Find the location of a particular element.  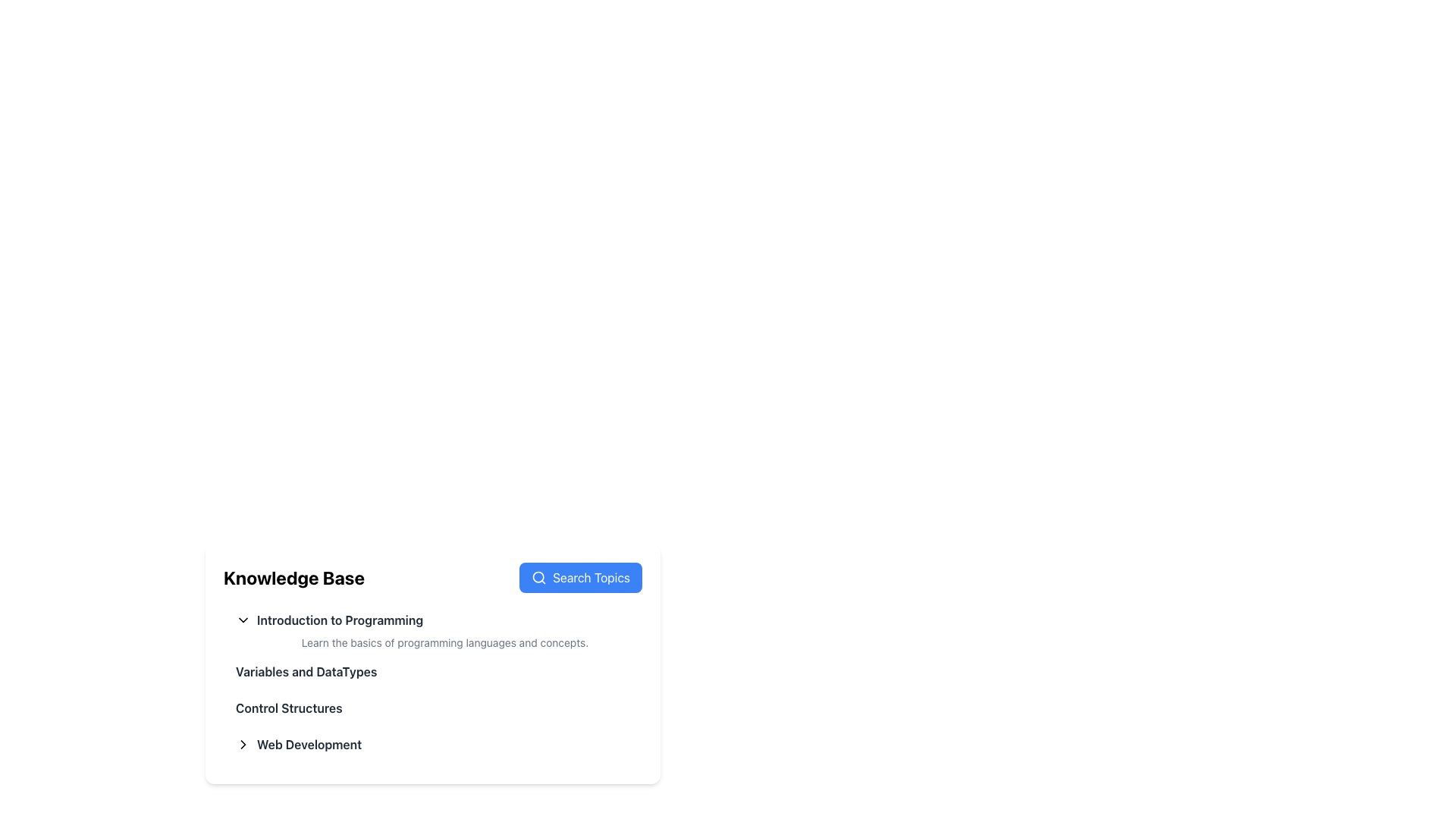

the 'Introduction to Programming' section in the 'Knowledge Base' is located at coordinates (432, 681).